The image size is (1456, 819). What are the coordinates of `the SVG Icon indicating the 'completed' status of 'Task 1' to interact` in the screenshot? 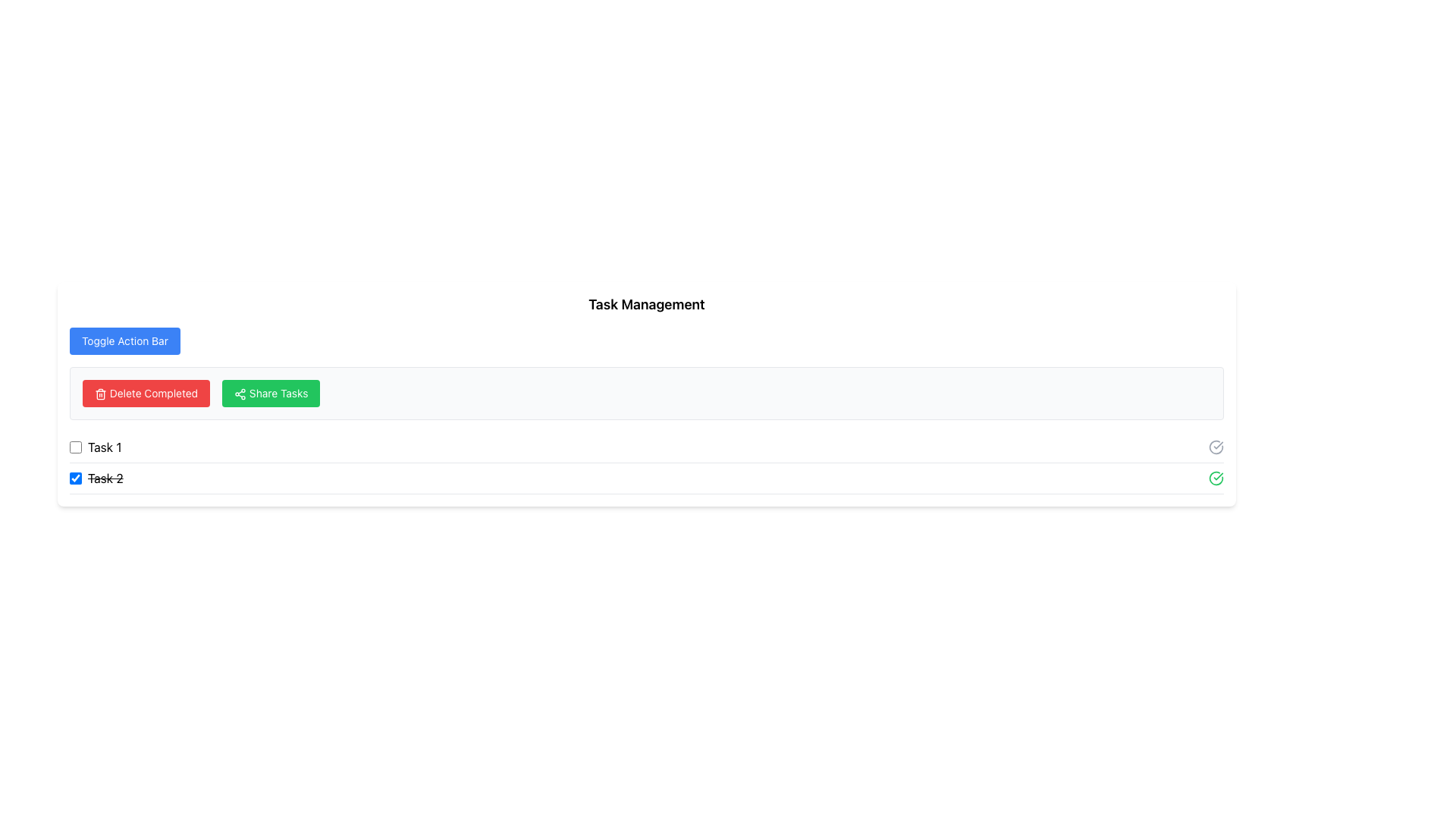 It's located at (1216, 447).